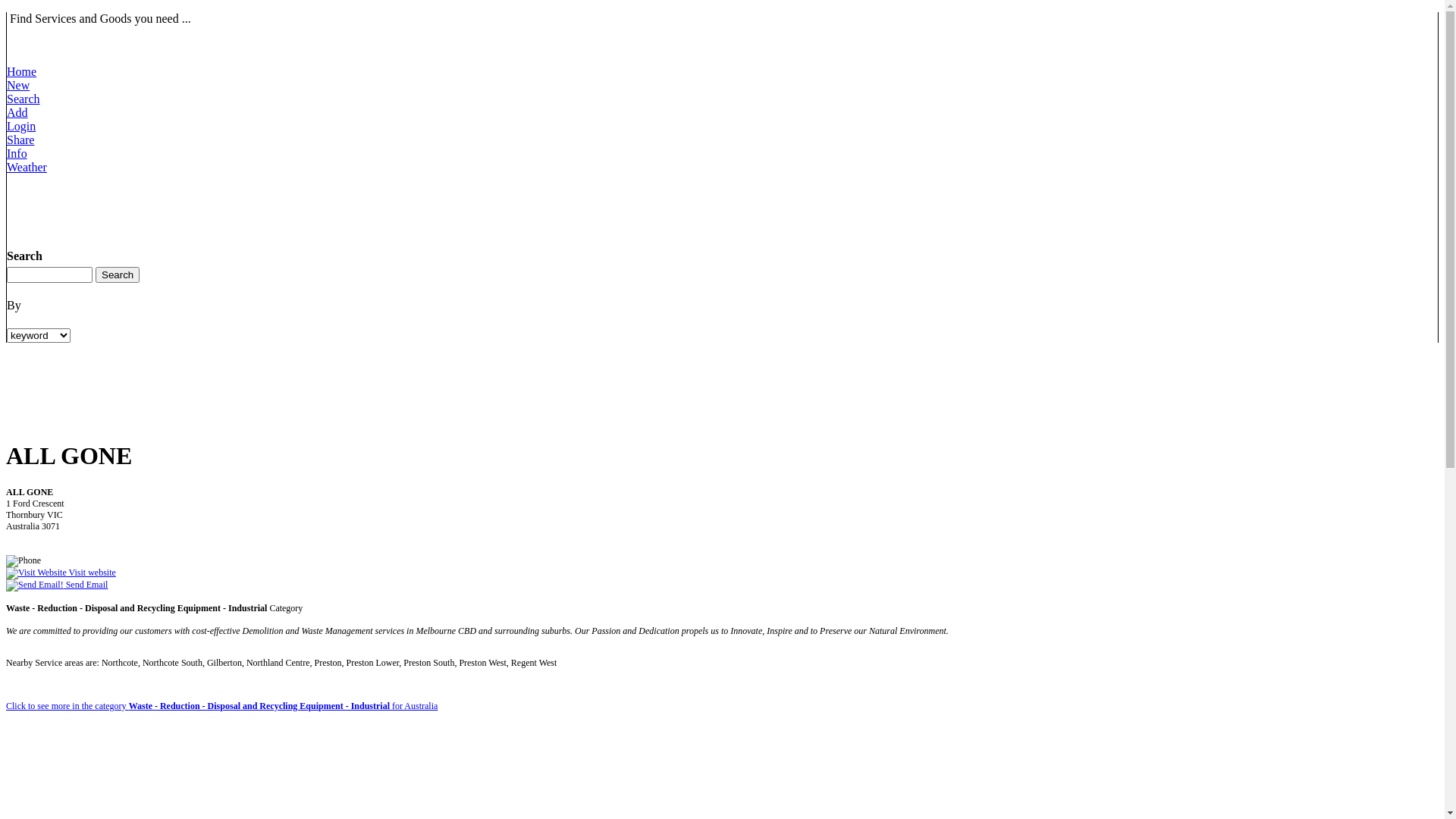 This screenshot has height=819, width=1456. I want to click on 'New', so click(21, 92).